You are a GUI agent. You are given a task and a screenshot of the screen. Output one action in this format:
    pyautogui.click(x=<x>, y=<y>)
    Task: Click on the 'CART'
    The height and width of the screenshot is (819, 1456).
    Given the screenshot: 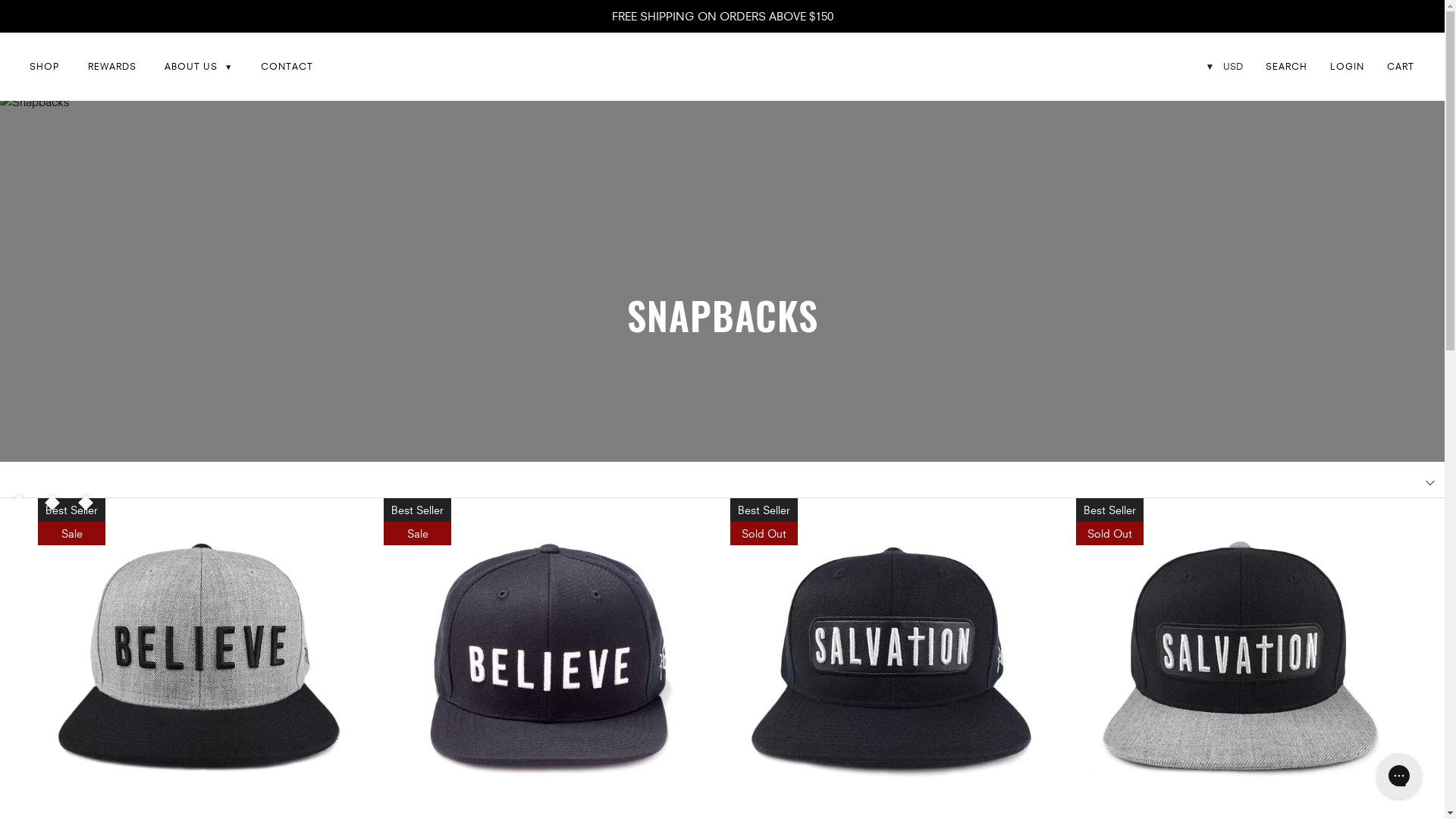 What is the action you would take?
    pyautogui.click(x=1386, y=65)
    